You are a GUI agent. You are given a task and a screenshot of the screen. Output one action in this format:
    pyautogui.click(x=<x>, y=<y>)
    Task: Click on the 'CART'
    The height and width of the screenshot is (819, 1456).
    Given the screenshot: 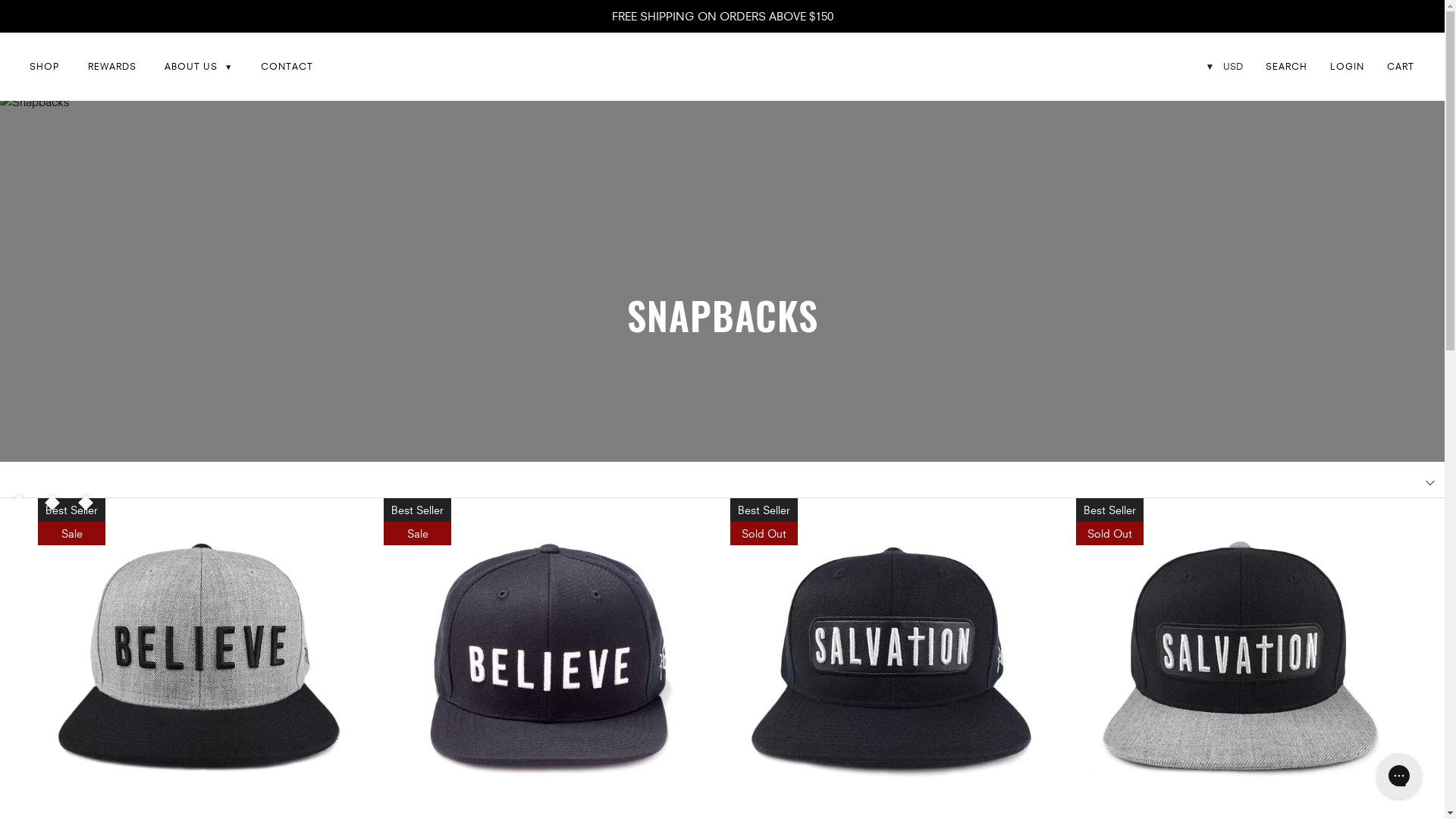 What is the action you would take?
    pyautogui.click(x=1386, y=65)
    